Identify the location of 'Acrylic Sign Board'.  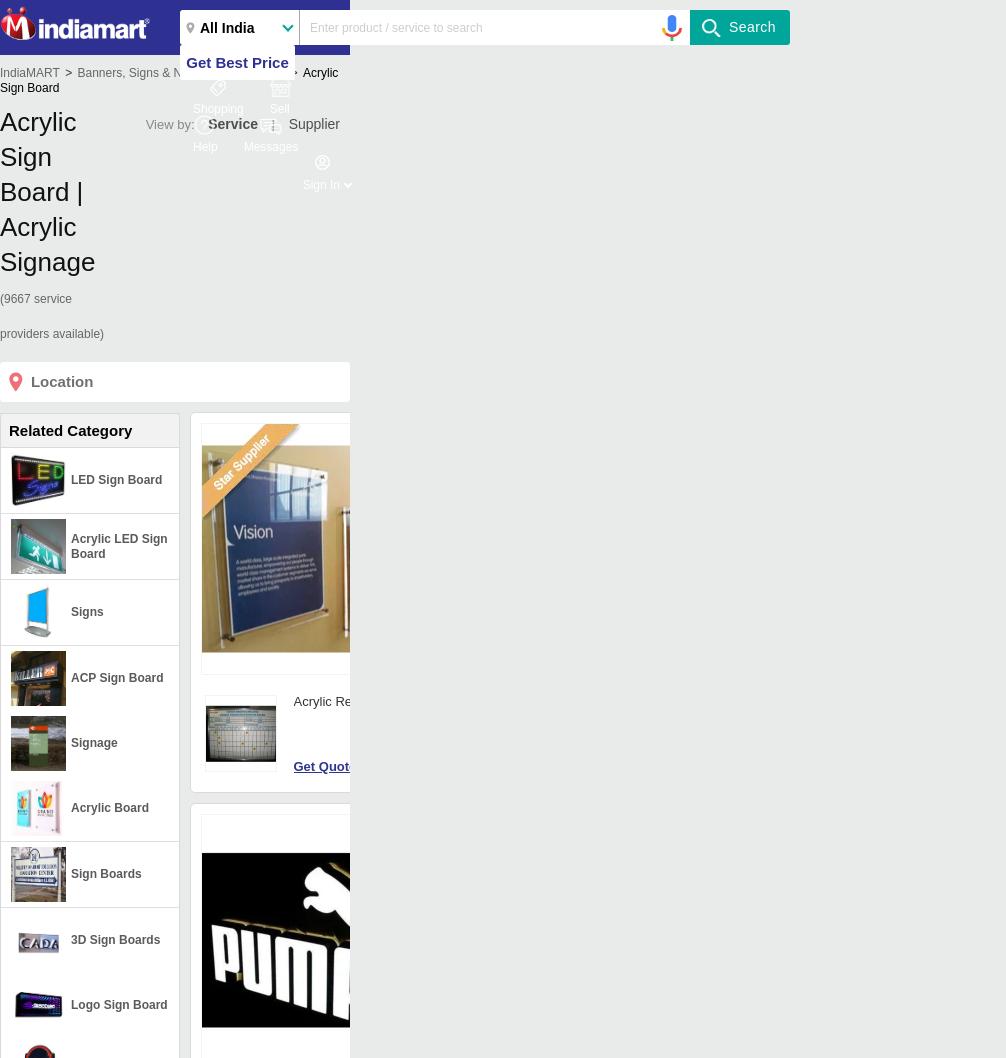
(0, 80).